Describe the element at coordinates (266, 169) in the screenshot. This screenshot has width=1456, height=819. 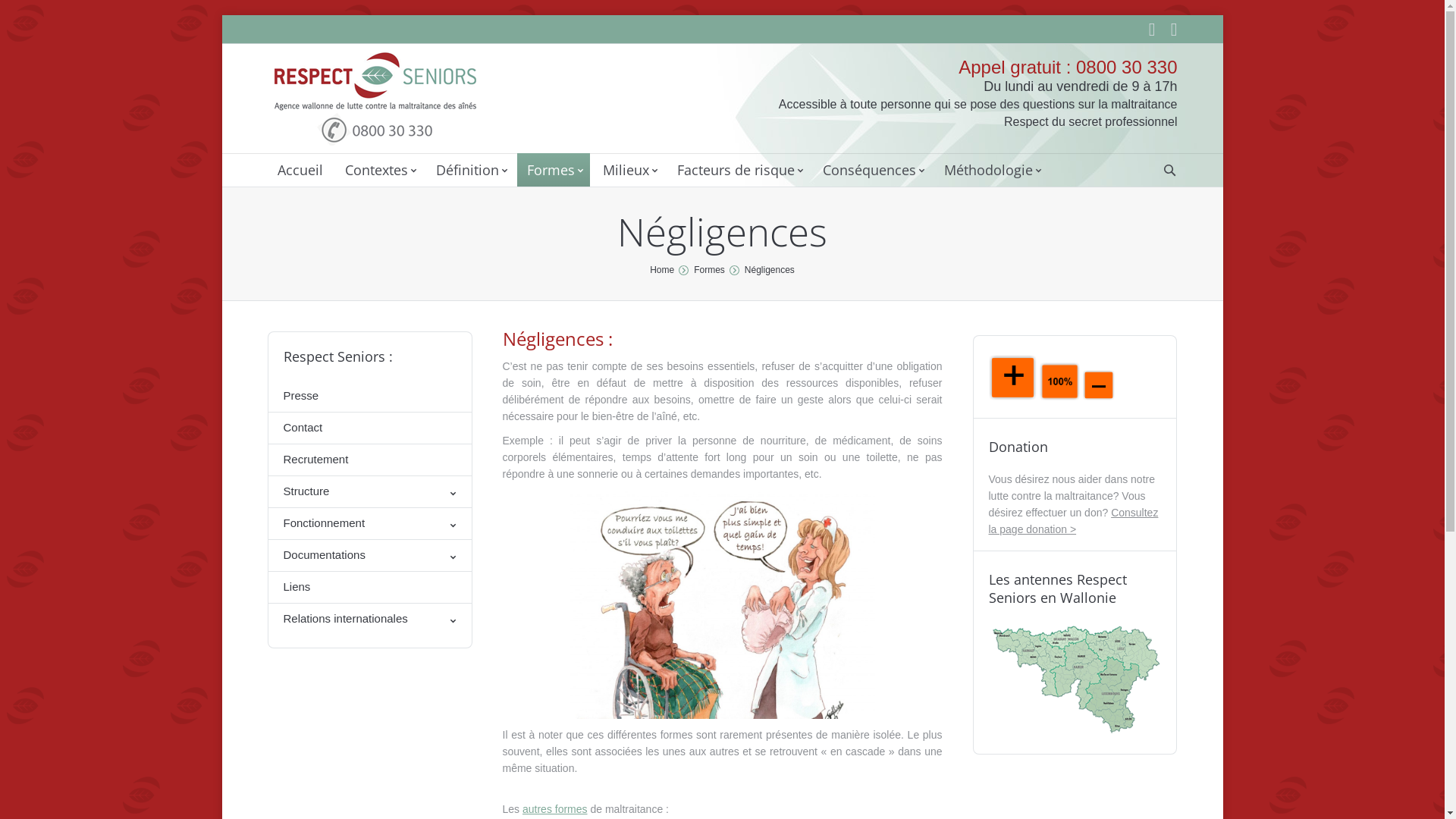
I see `'Accueil'` at that location.